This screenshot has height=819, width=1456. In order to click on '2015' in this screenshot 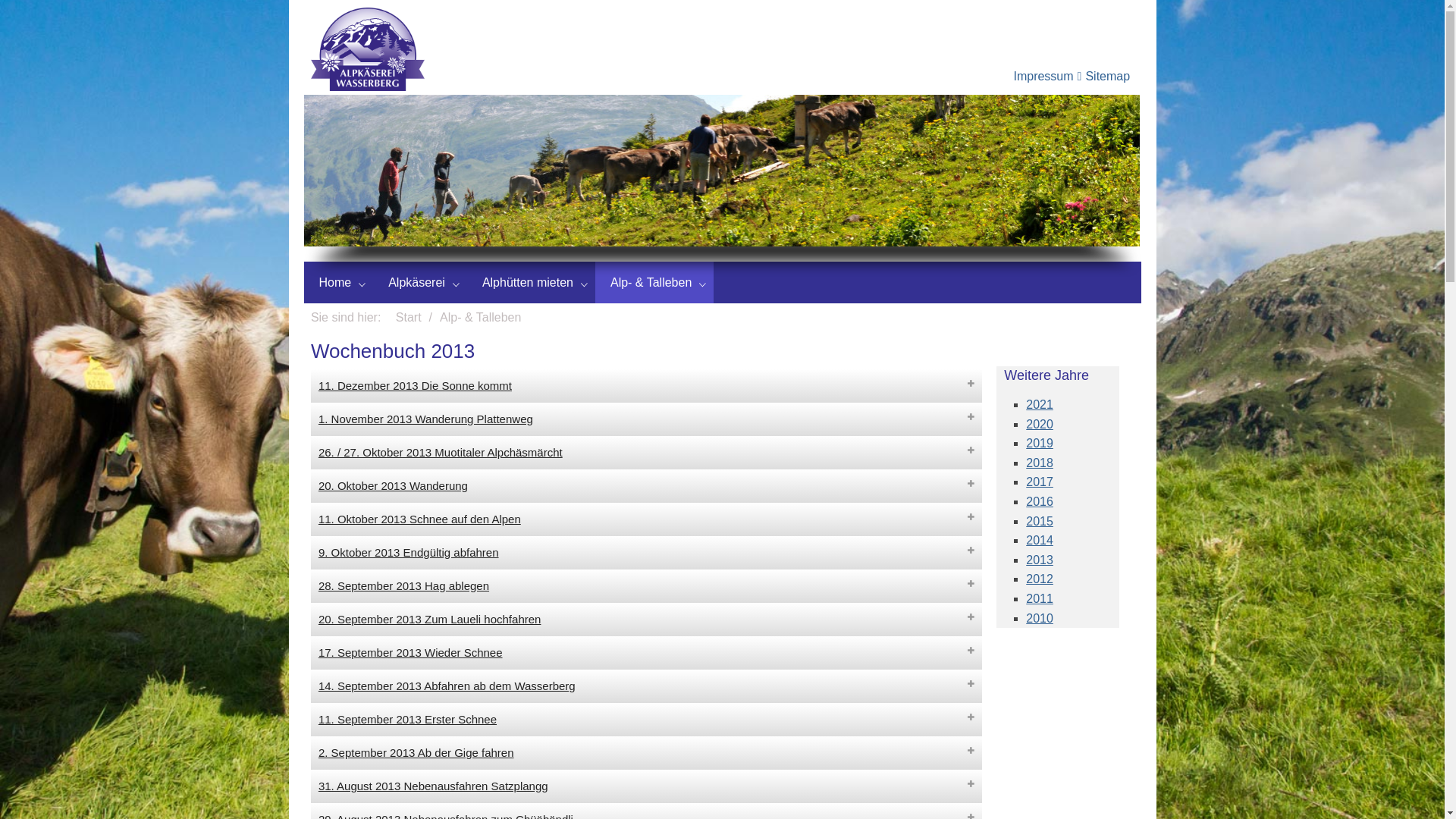, I will do `click(1026, 520)`.